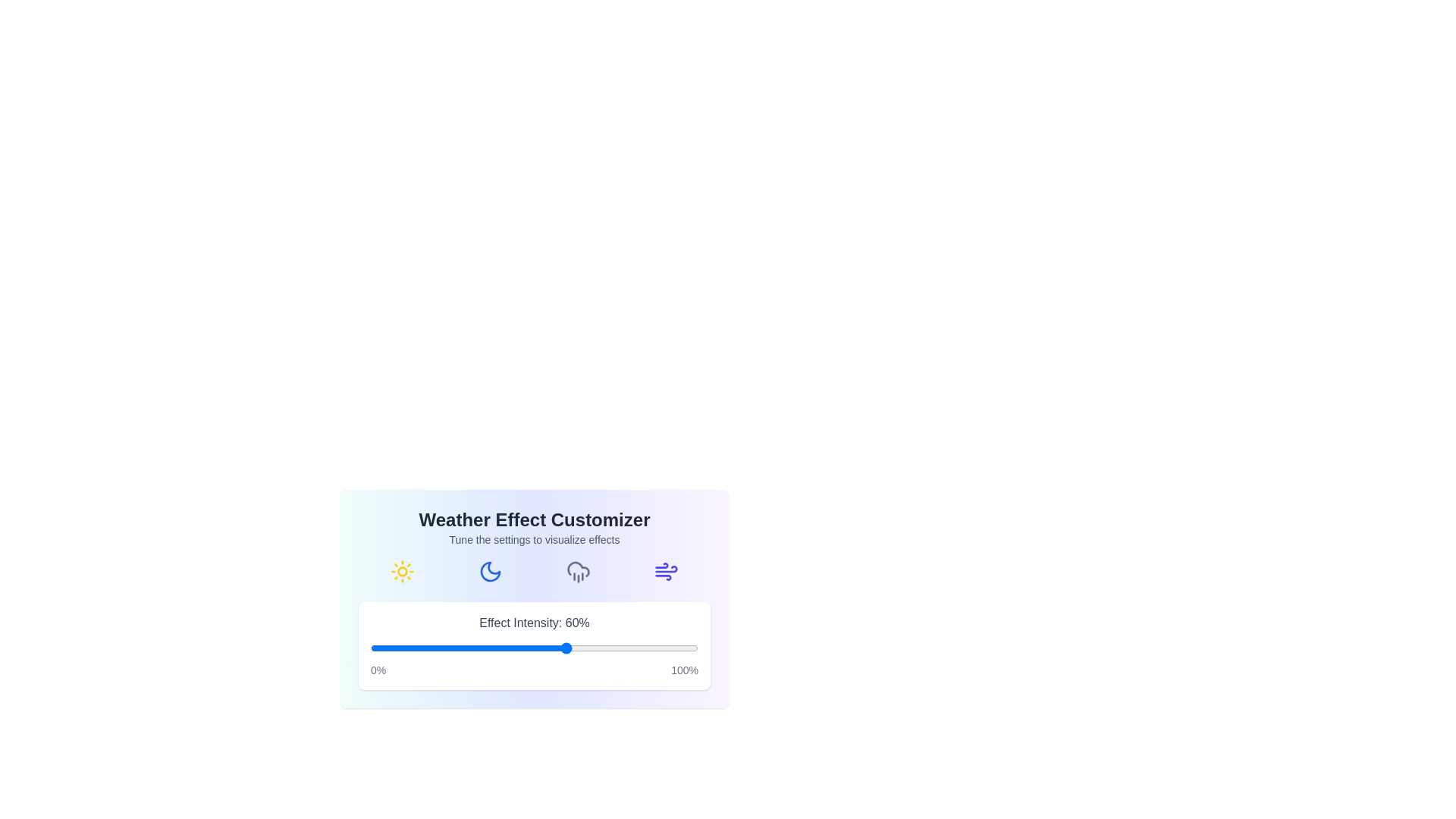  Describe the element at coordinates (535, 571) in the screenshot. I see `an icon within the weather effect customizer, which is located below the text 'Tune the settings to visualize effects' and above the 'Effect Intensity: 60%' slider` at that location.